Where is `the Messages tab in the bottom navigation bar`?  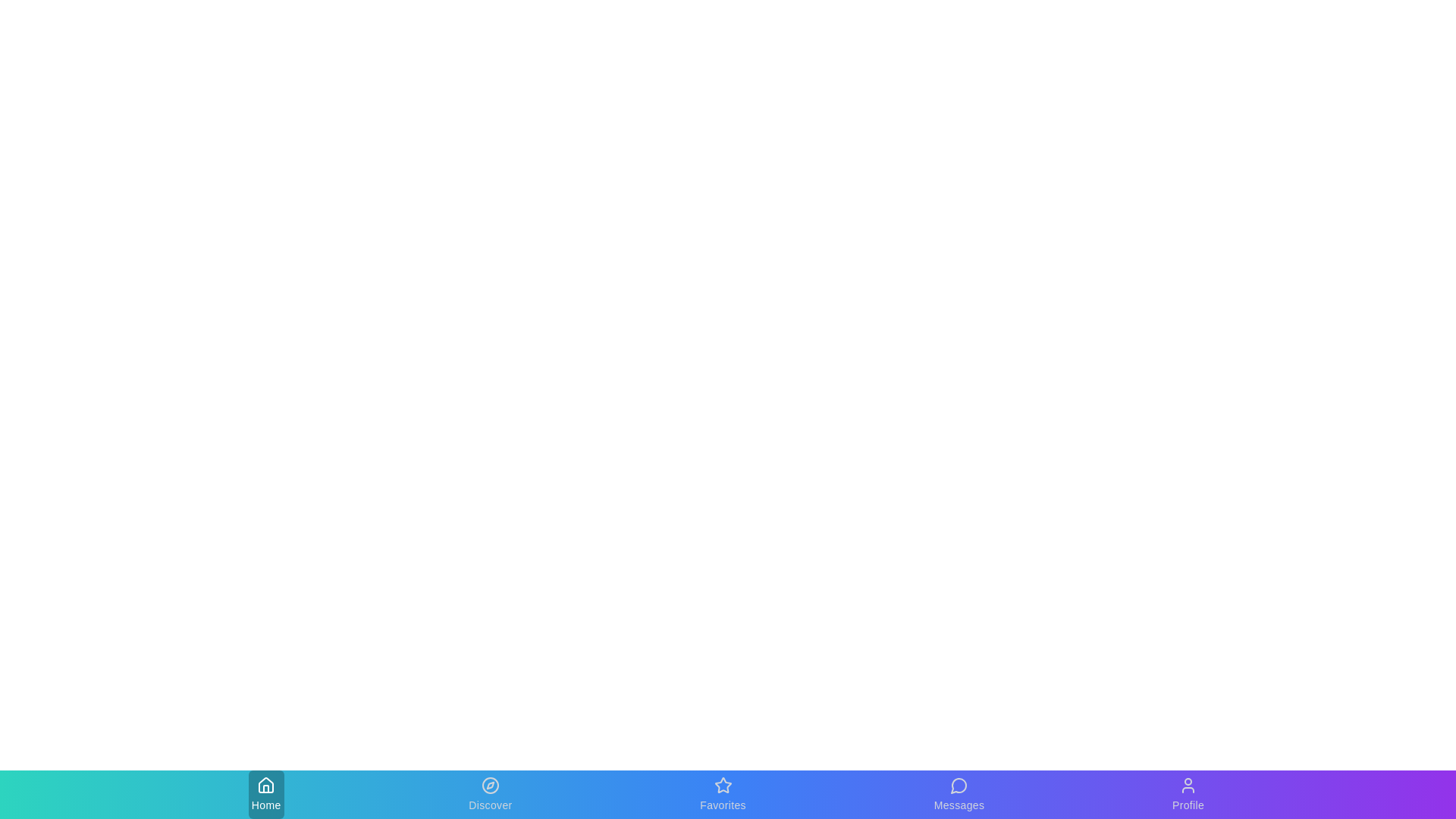
the Messages tab in the bottom navigation bar is located at coordinates (959, 794).